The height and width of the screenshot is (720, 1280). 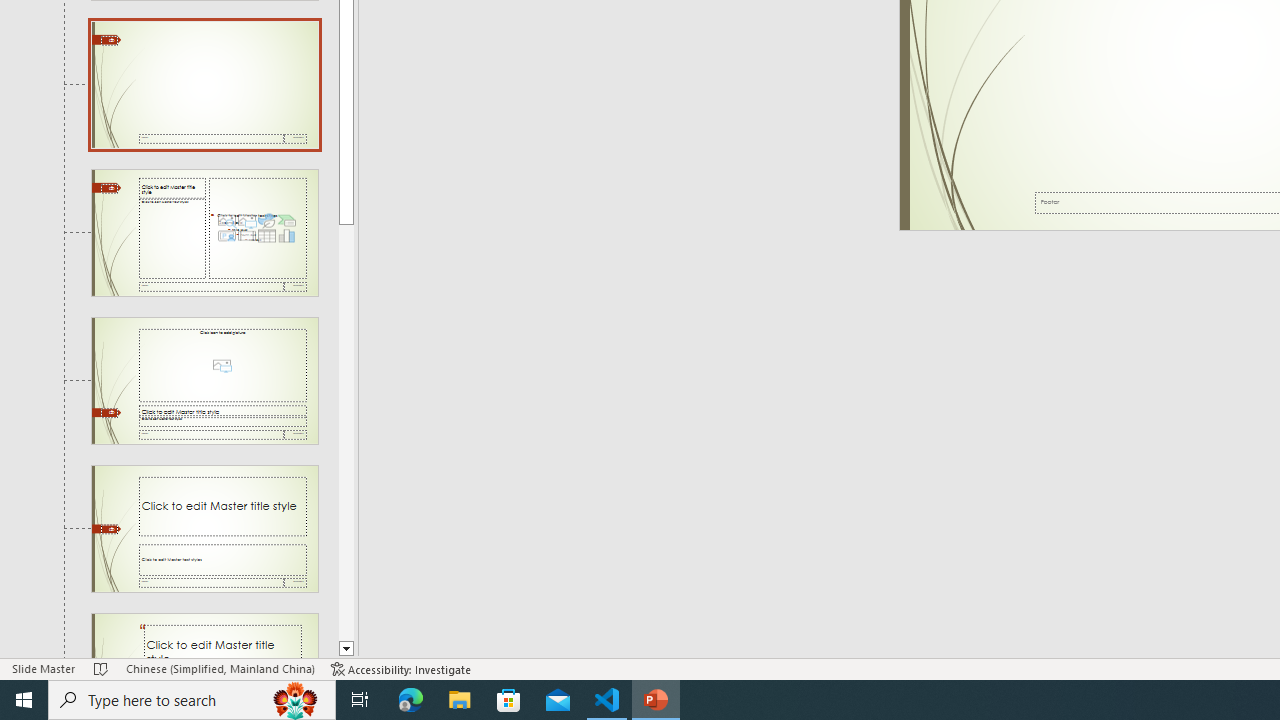 What do you see at coordinates (204, 231) in the screenshot?
I see `'Slide Content with Caption Layout: used by no slides'` at bounding box center [204, 231].